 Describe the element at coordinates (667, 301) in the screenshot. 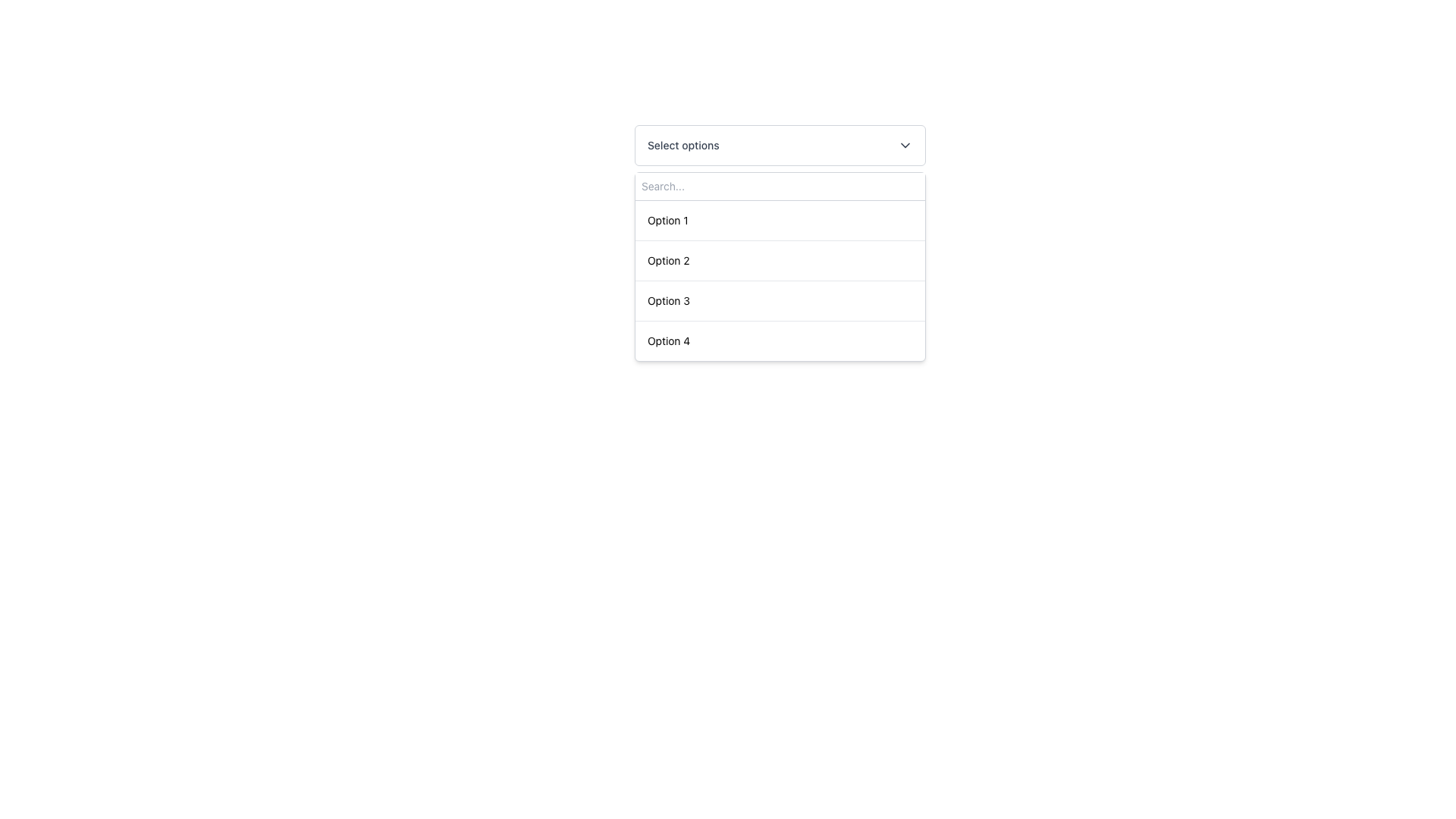

I see `the third option labeled 'Option 3' in the dropdown list` at that location.